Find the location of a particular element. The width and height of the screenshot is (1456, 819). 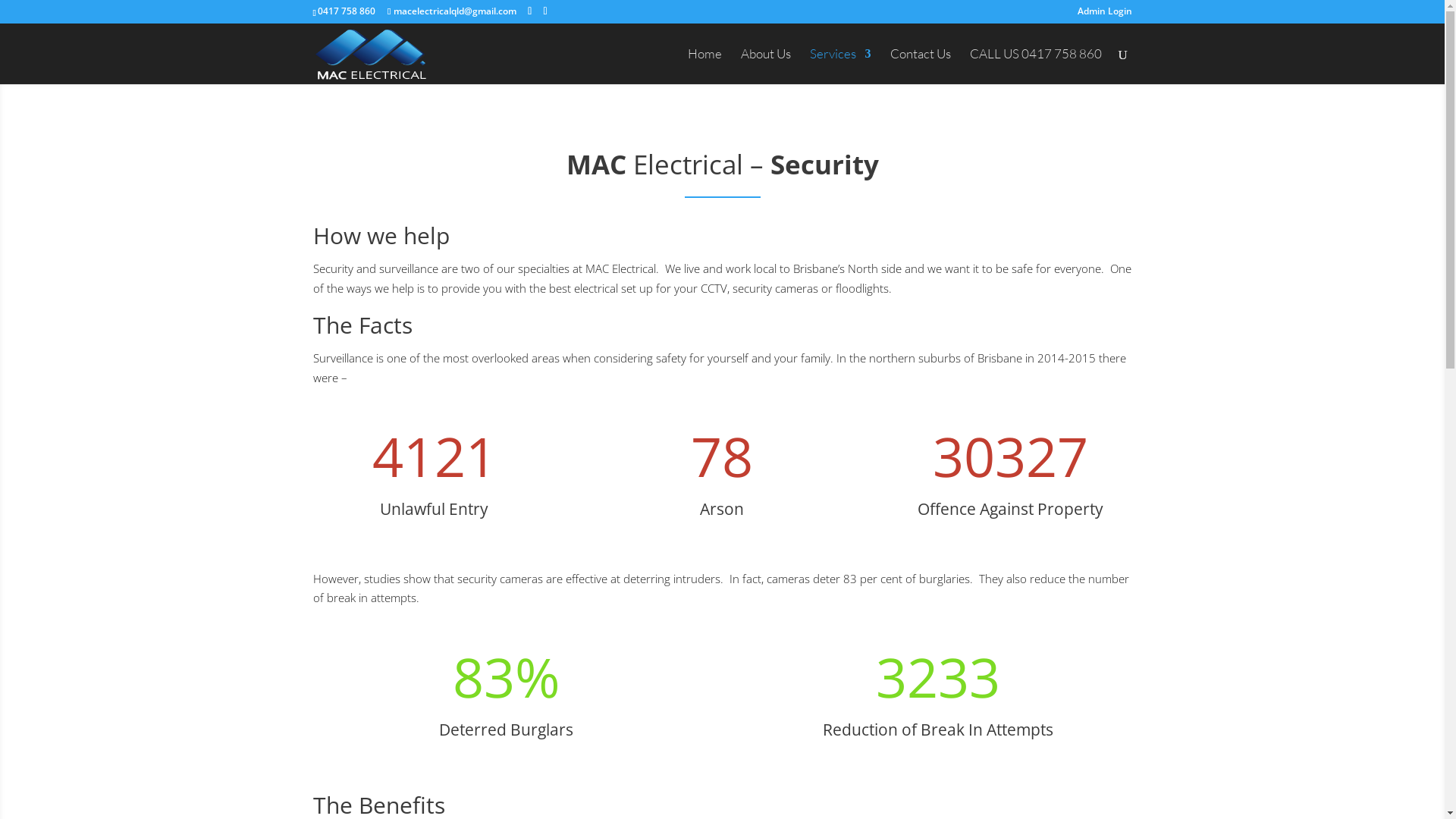

'Admin Login' is located at coordinates (1076, 14).